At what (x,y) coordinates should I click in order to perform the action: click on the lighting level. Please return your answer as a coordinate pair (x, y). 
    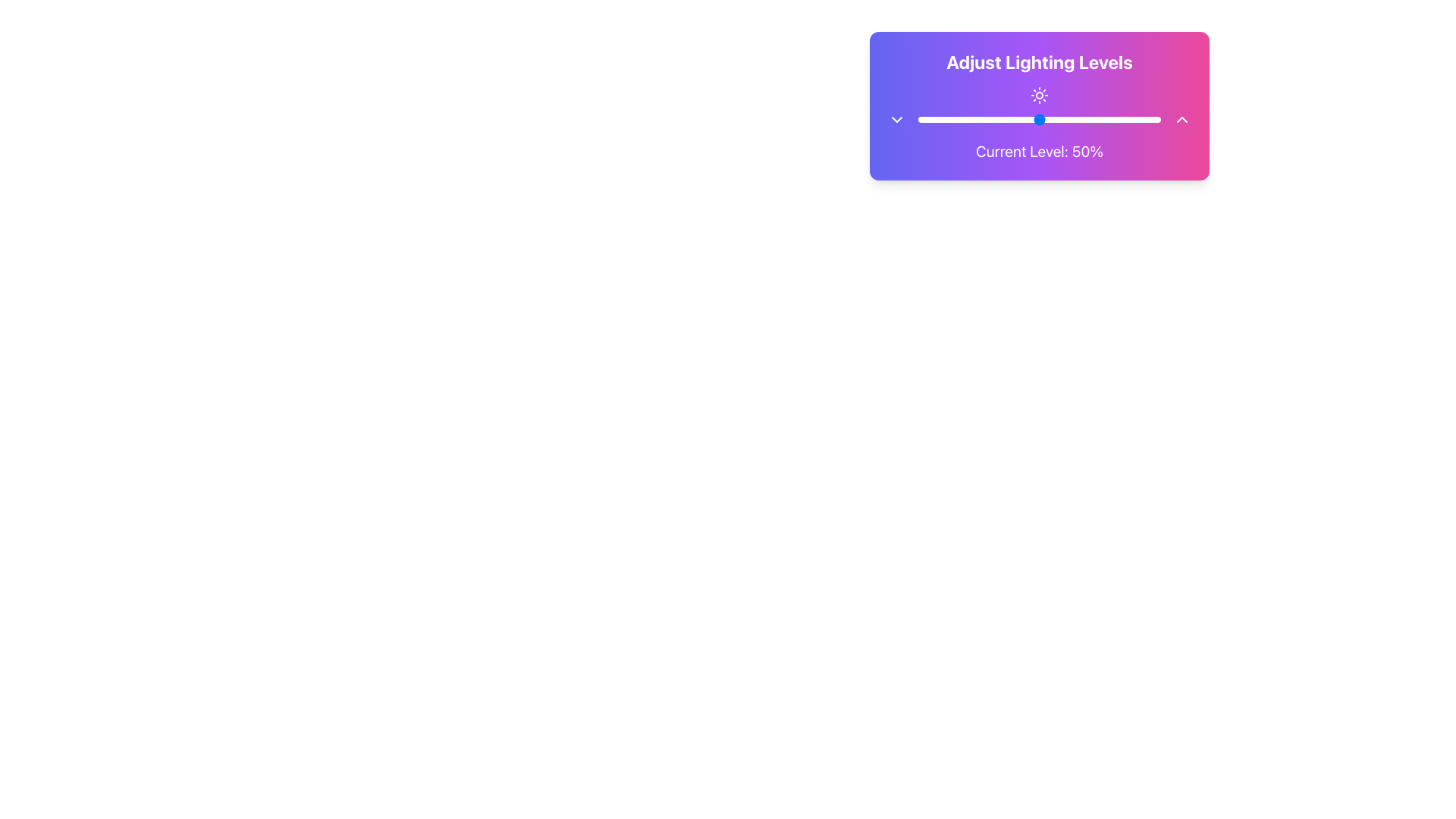
    Looking at the image, I should click on (1095, 119).